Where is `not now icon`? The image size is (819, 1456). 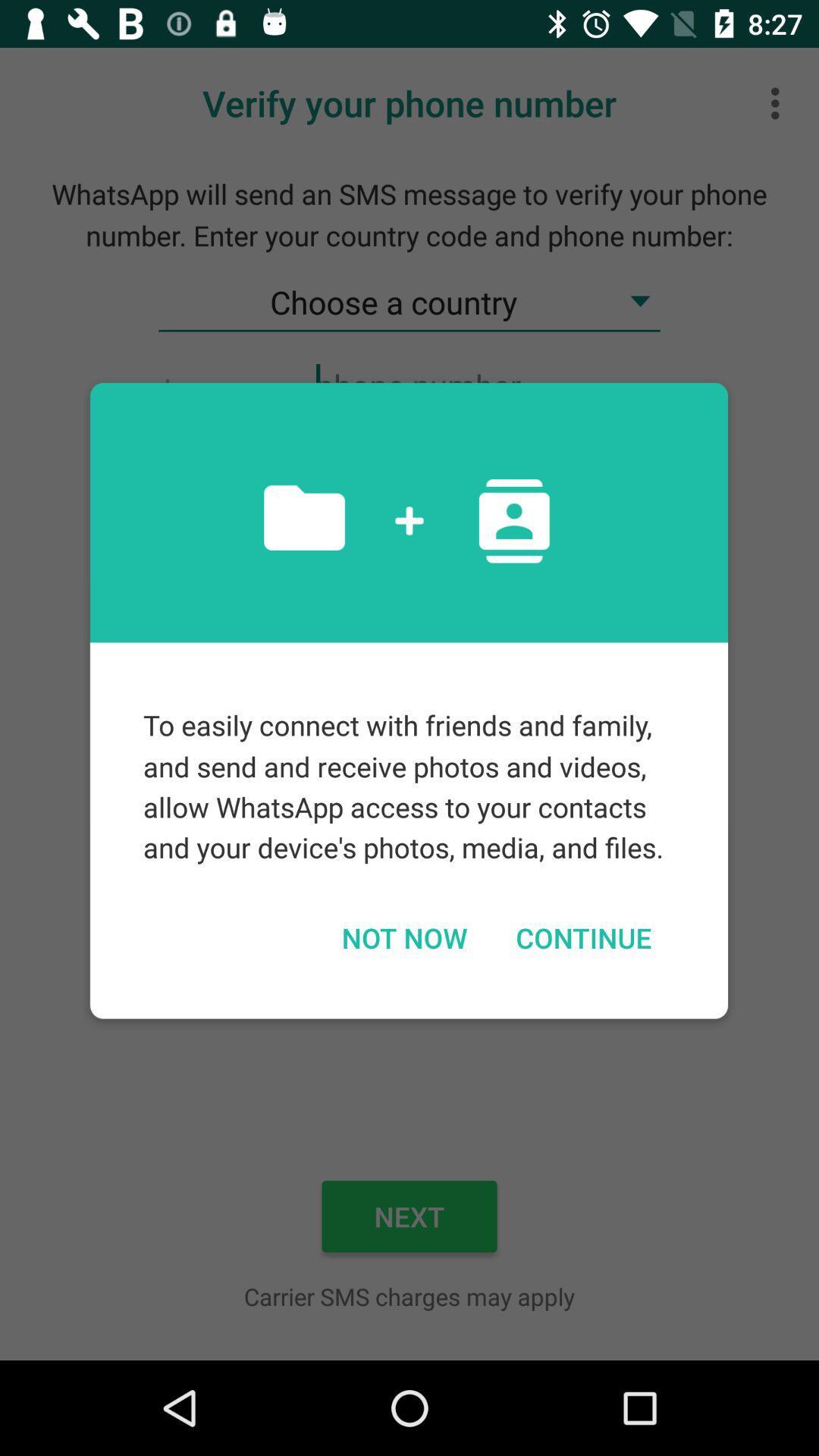 not now icon is located at coordinates (403, 937).